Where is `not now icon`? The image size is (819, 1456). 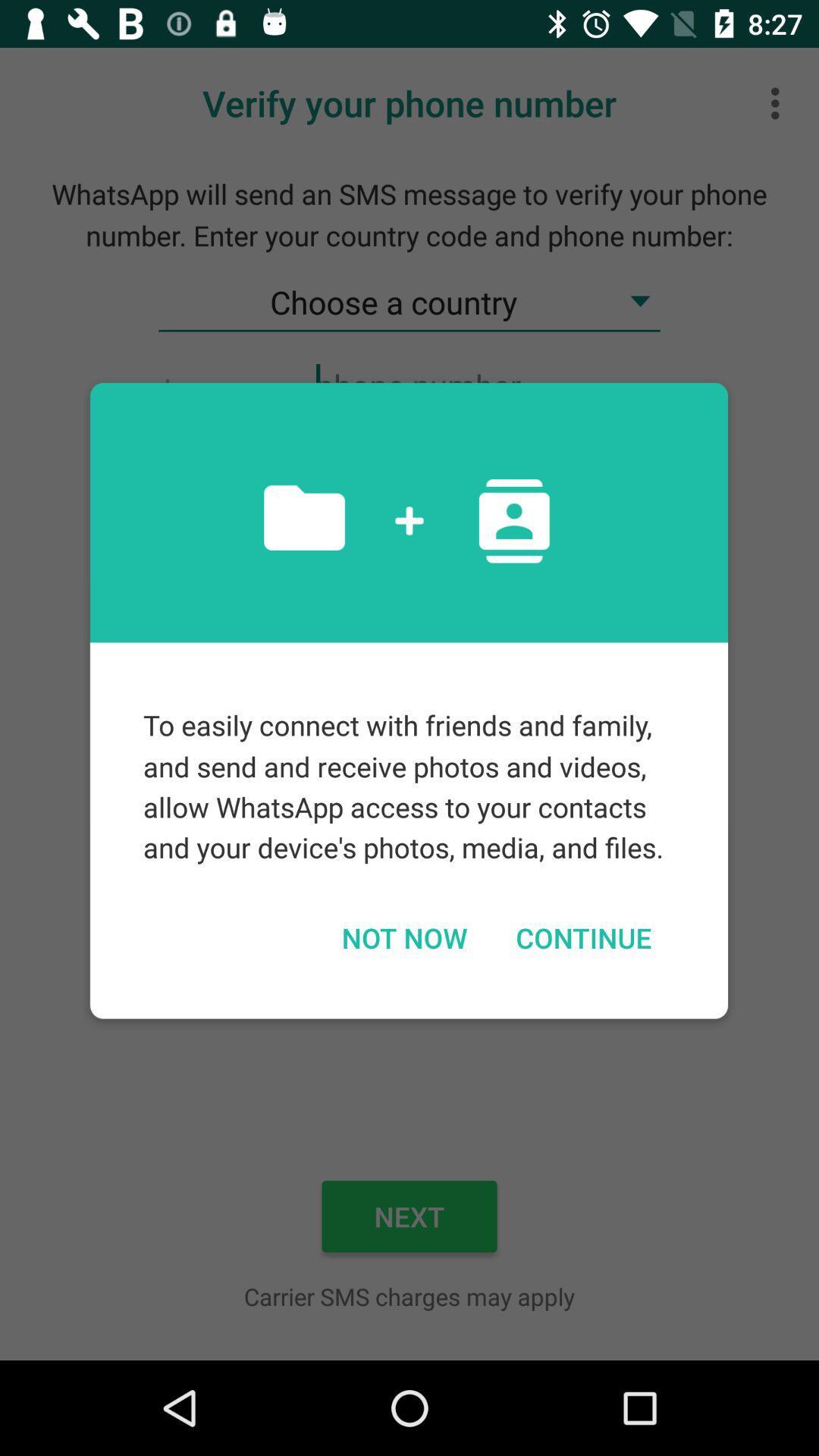 not now icon is located at coordinates (403, 937).